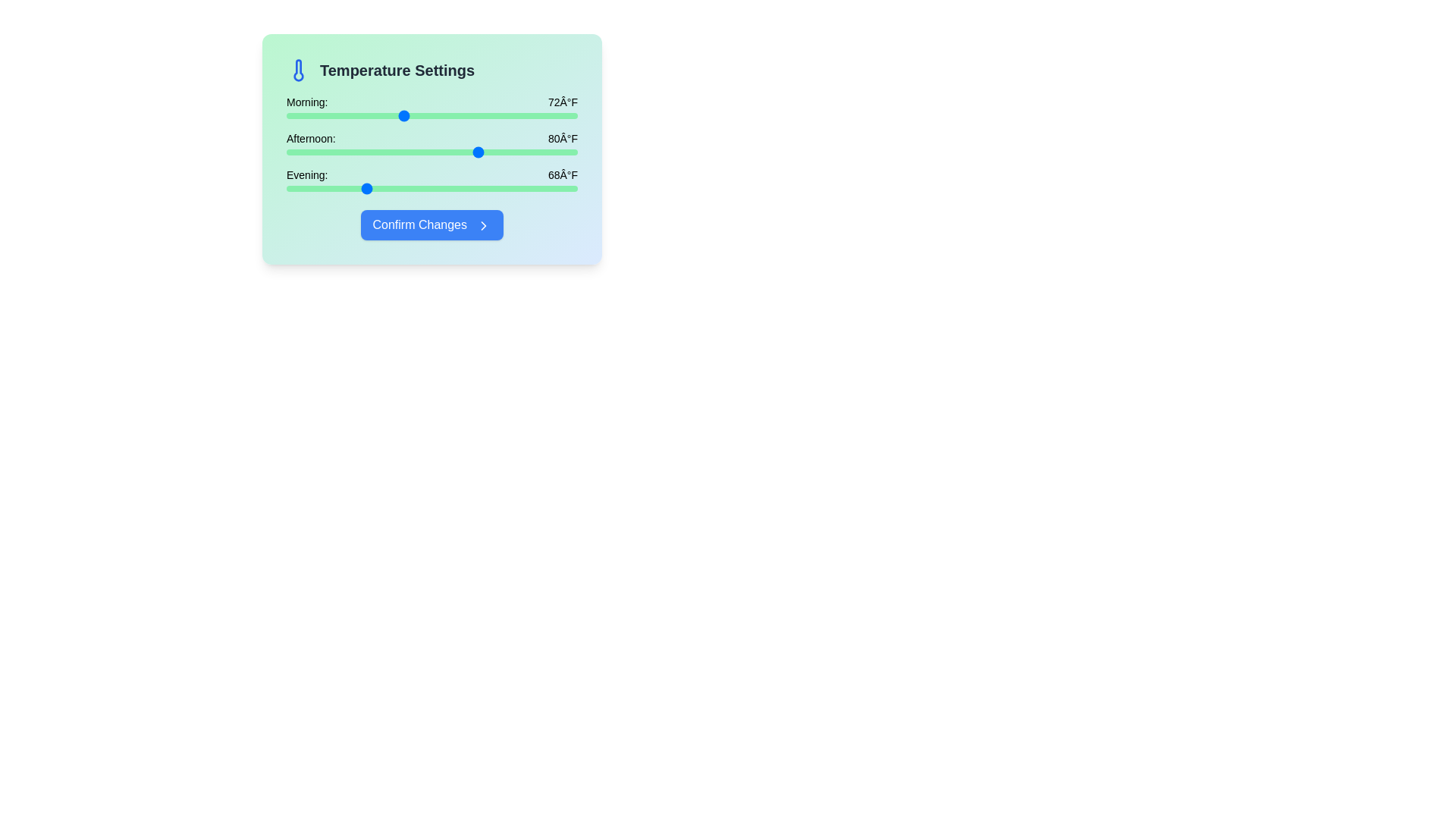  Describe the element at coordinates (334, 115) in the screenshot. I see `the morning temperature slider to 65°F` at that location.